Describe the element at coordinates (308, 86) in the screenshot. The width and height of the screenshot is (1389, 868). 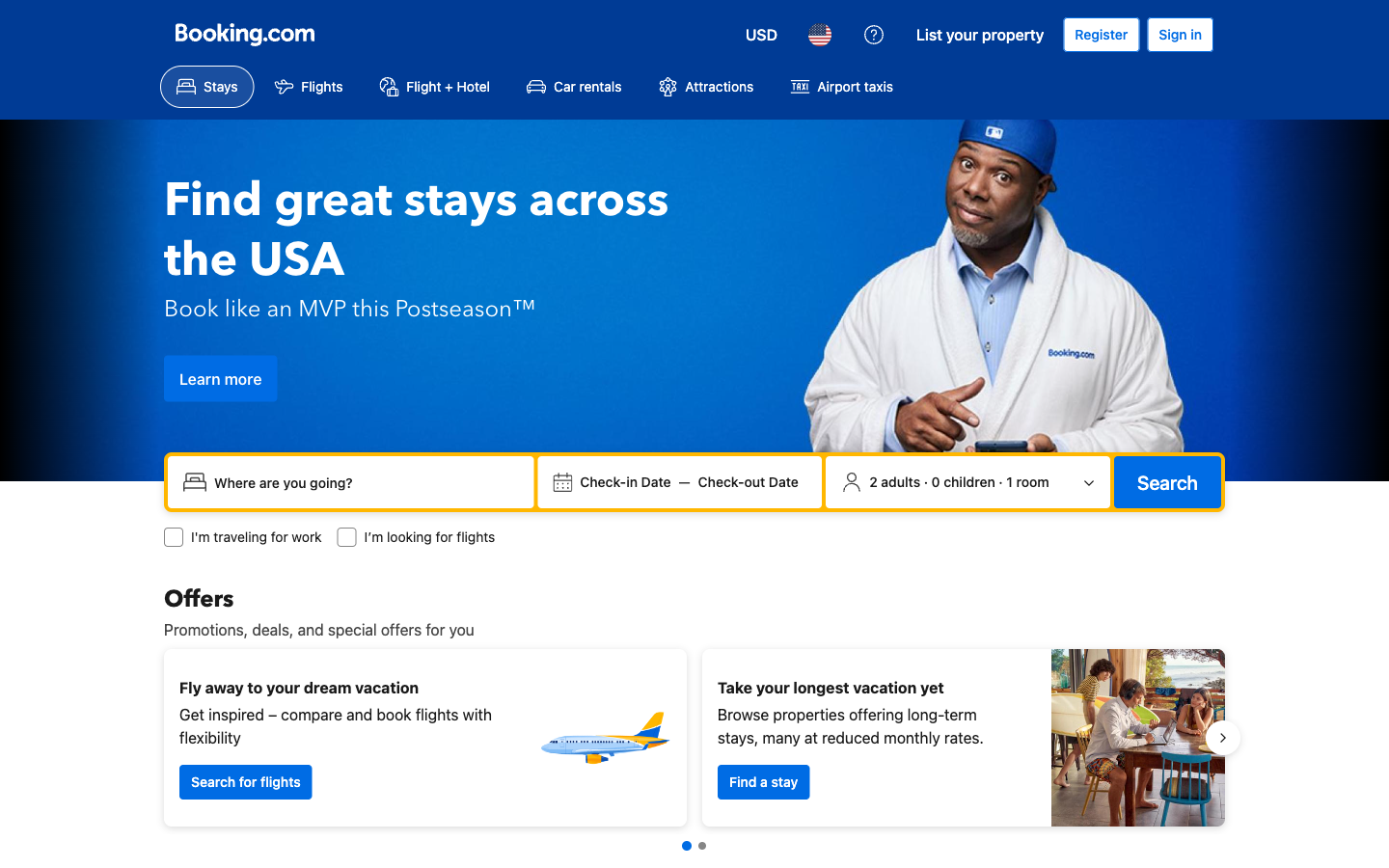
I see `the flights icon for browsing flight options` at that location.